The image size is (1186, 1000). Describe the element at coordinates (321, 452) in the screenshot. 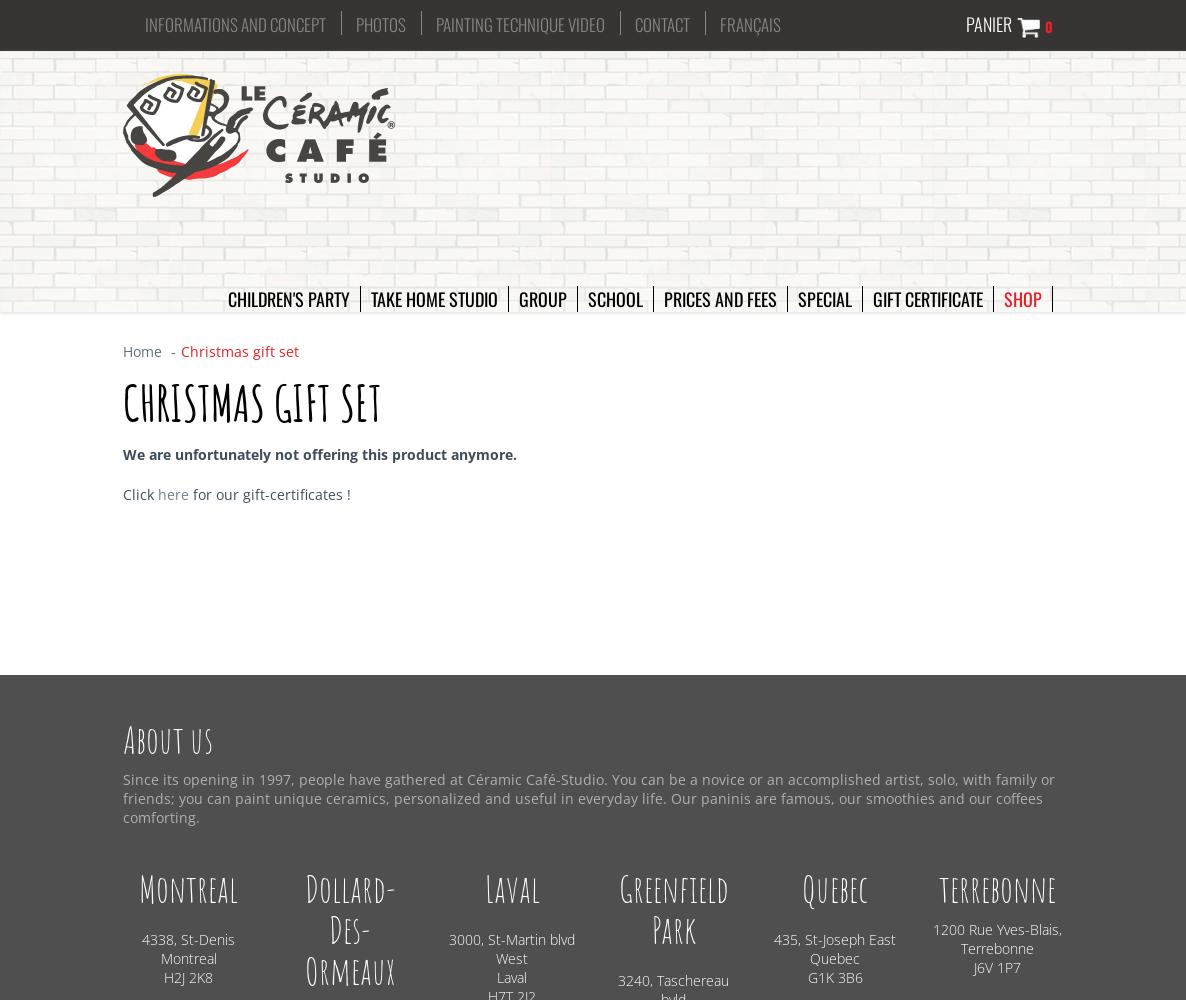

I see `'We are unfortunately not offering this product anymore.'` at that location.